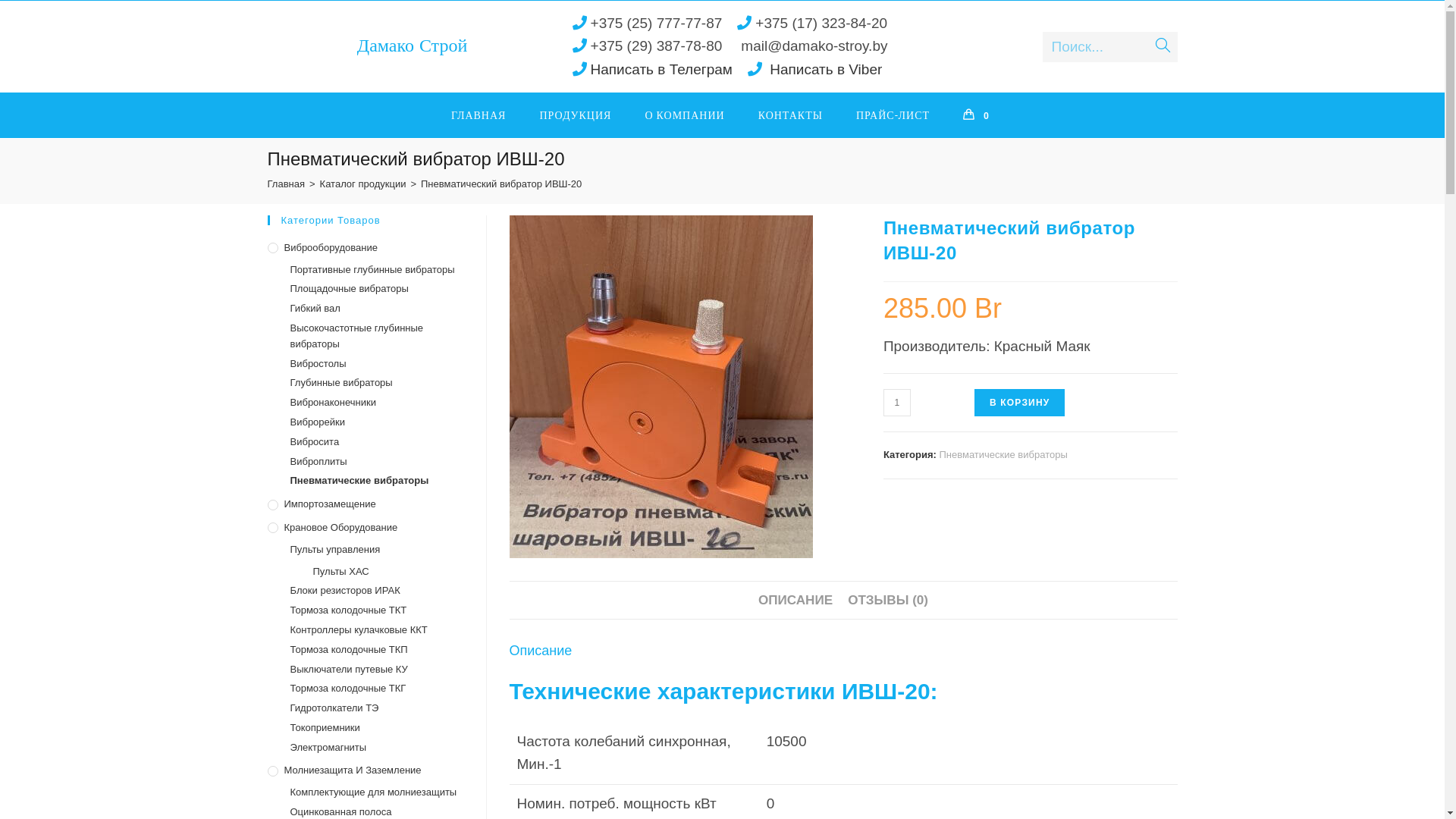 The height and width of the screenshot is (819, 1456). I want to click on '0', so click(946, 114).